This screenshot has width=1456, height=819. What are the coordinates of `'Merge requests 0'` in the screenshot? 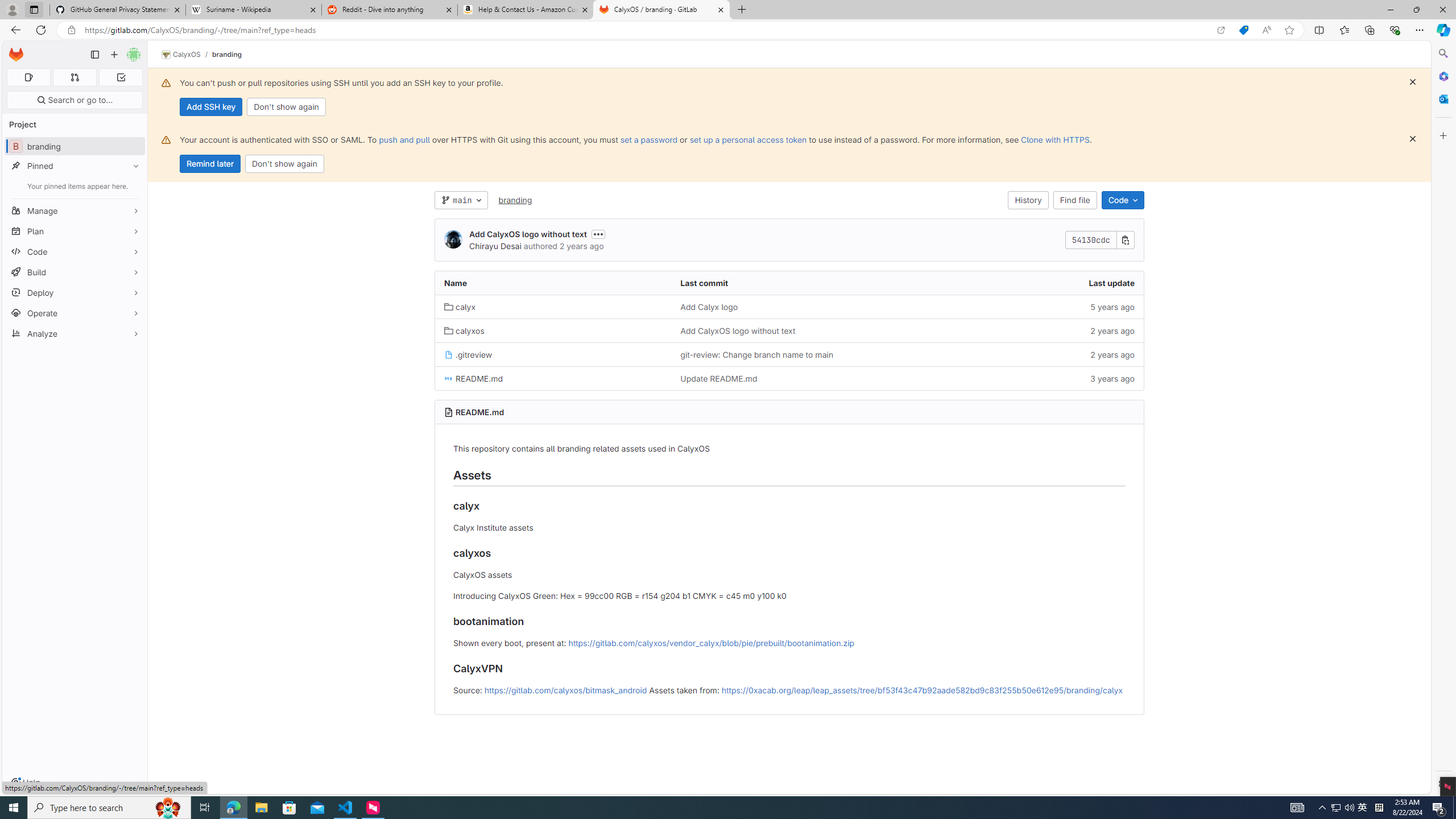 It's located at (74, 77).